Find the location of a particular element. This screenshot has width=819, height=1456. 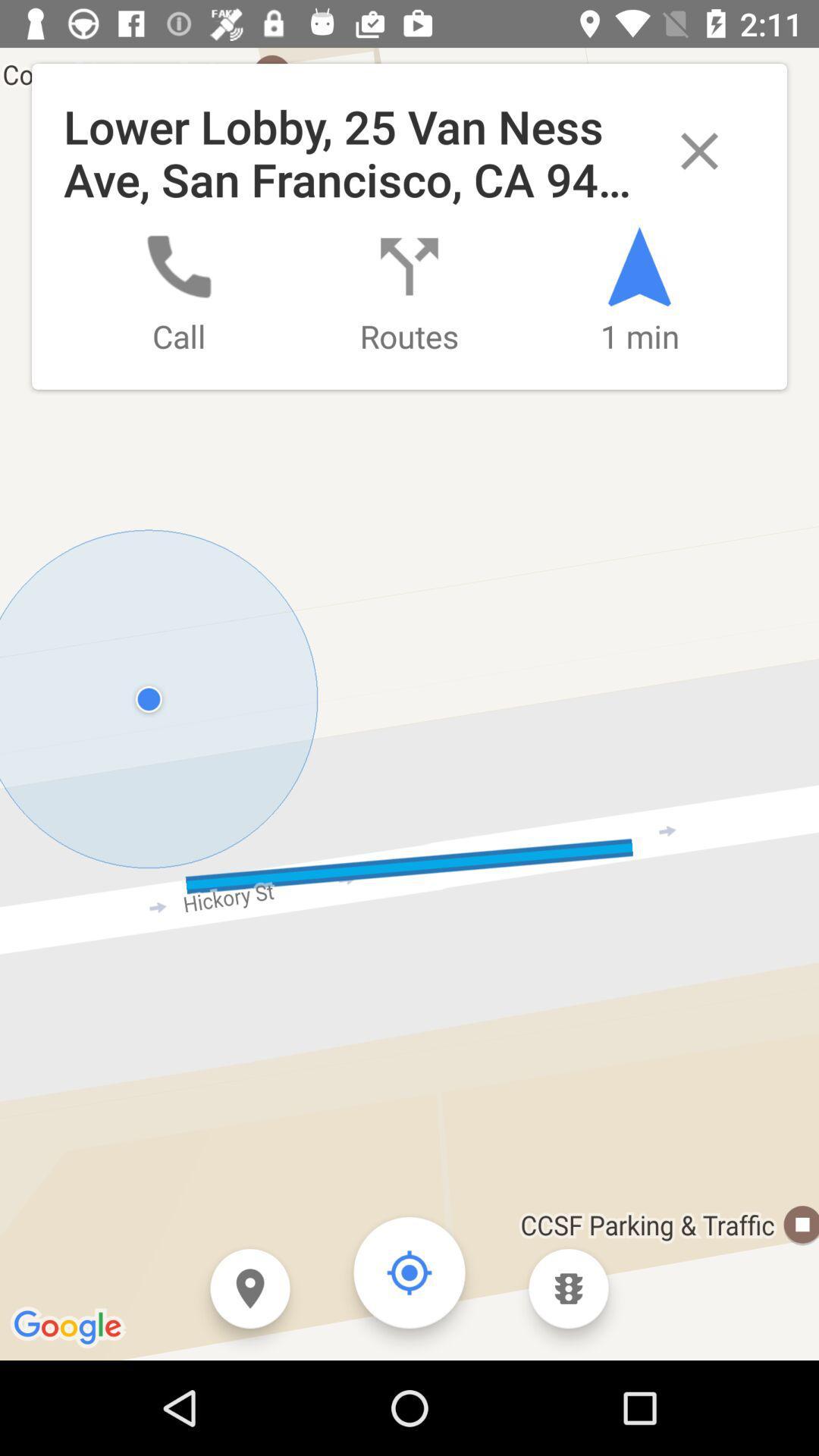

the location_crosshair icon is located at coordinates (409, 1272).